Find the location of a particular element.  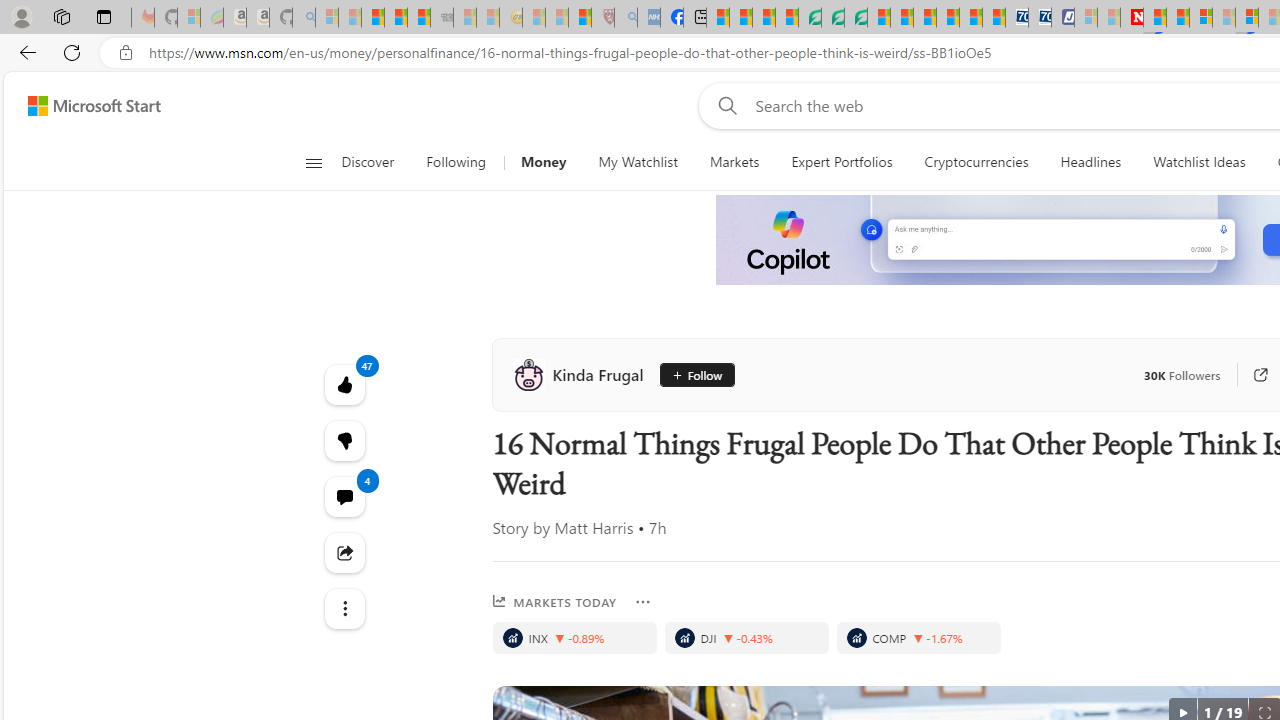

'Share this story' is located at coordinates (344, 552).